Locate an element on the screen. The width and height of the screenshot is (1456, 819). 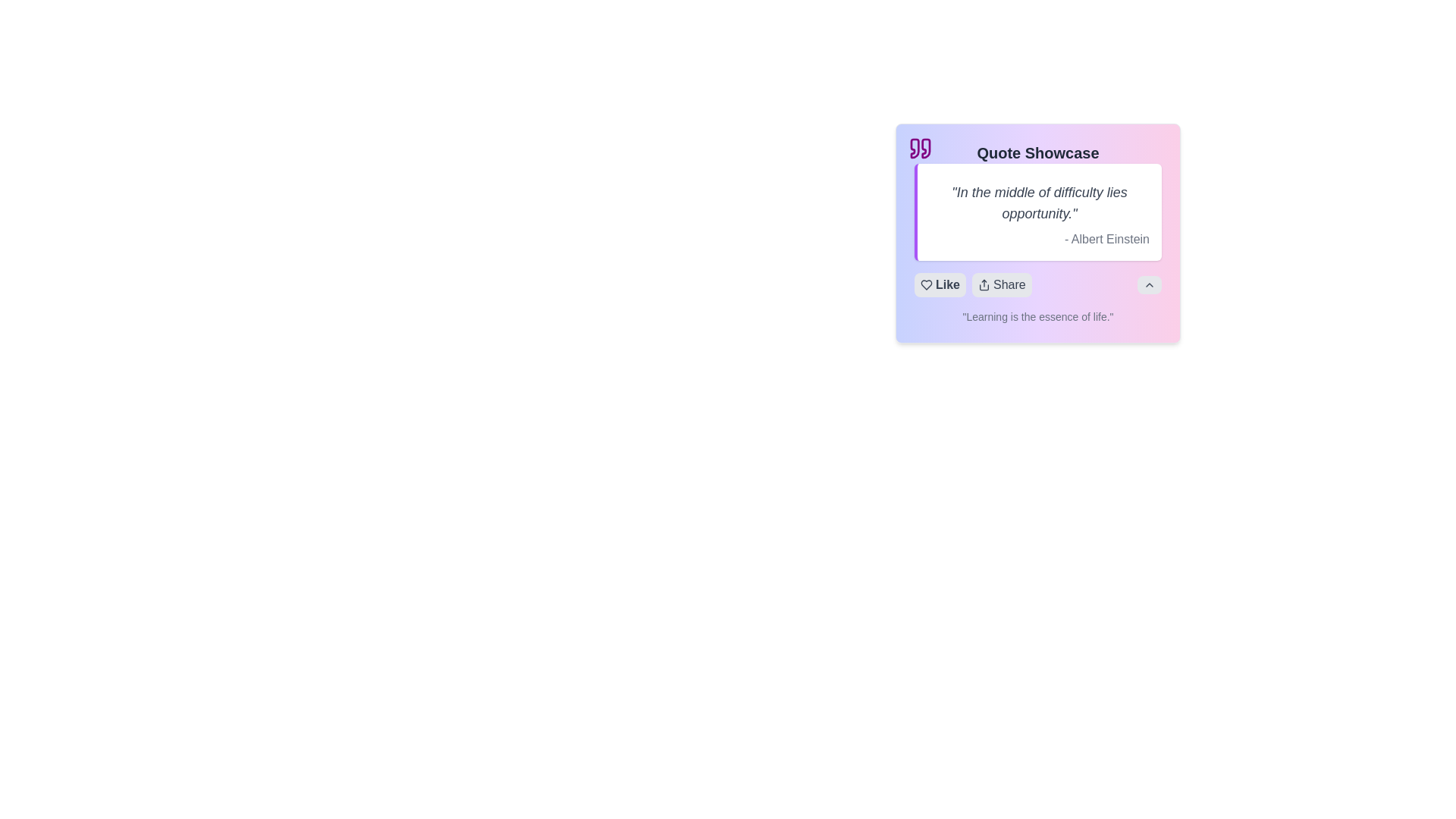
the 'Share' button which is styled with rounded borders, light gray background, and dark gray text, located to the right of the 'Like' button for keyboard interaction is located at coordinates (1002, 284).